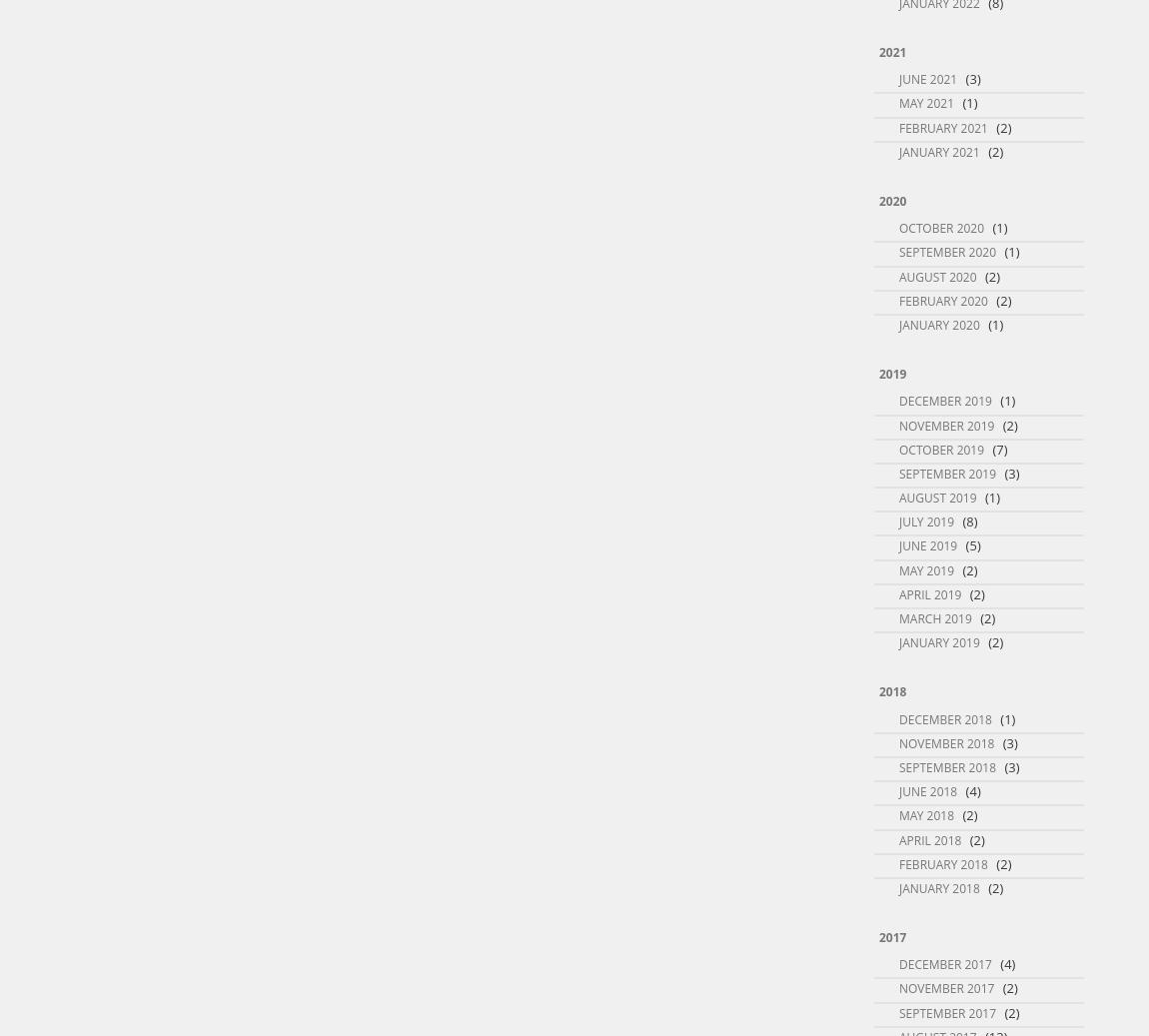 The width and height of the screenshot is (1149, 1036). Describe the element at coordinates (878, 691) in the screenshot. I see `'2018'` at that location.